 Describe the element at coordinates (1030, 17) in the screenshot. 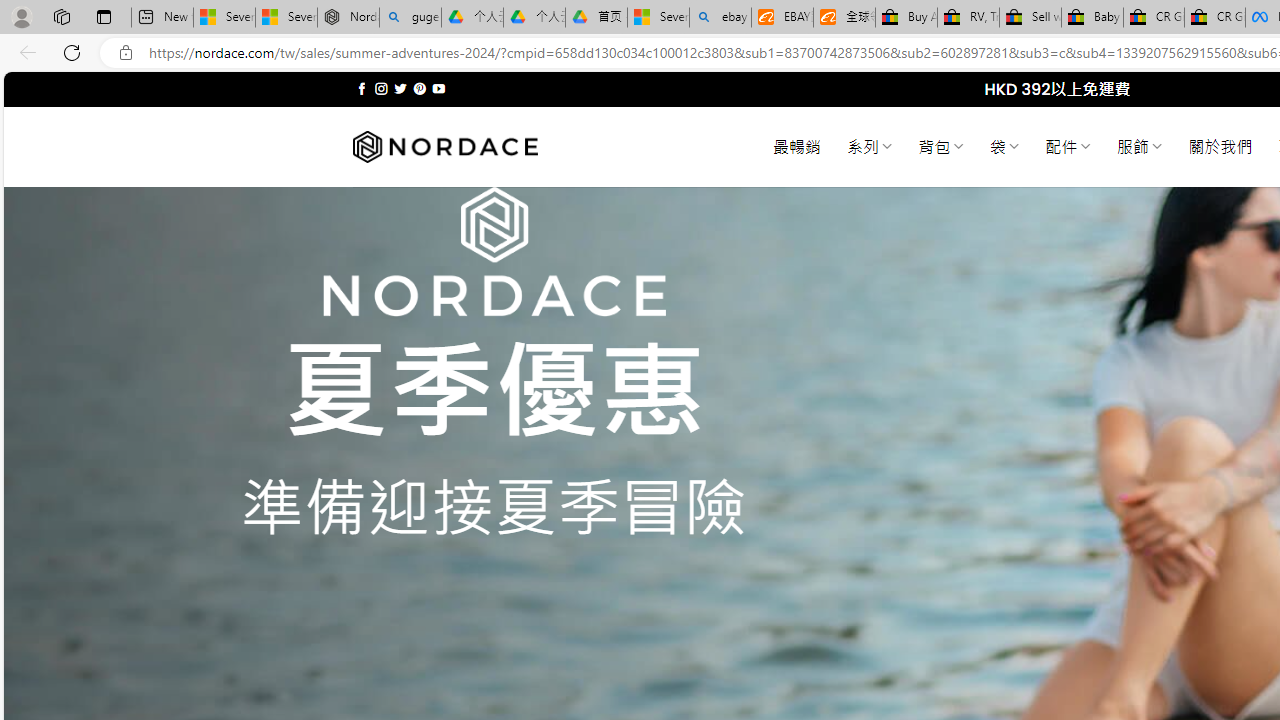

I see `'Sell worldwide with eBay'` at that location.